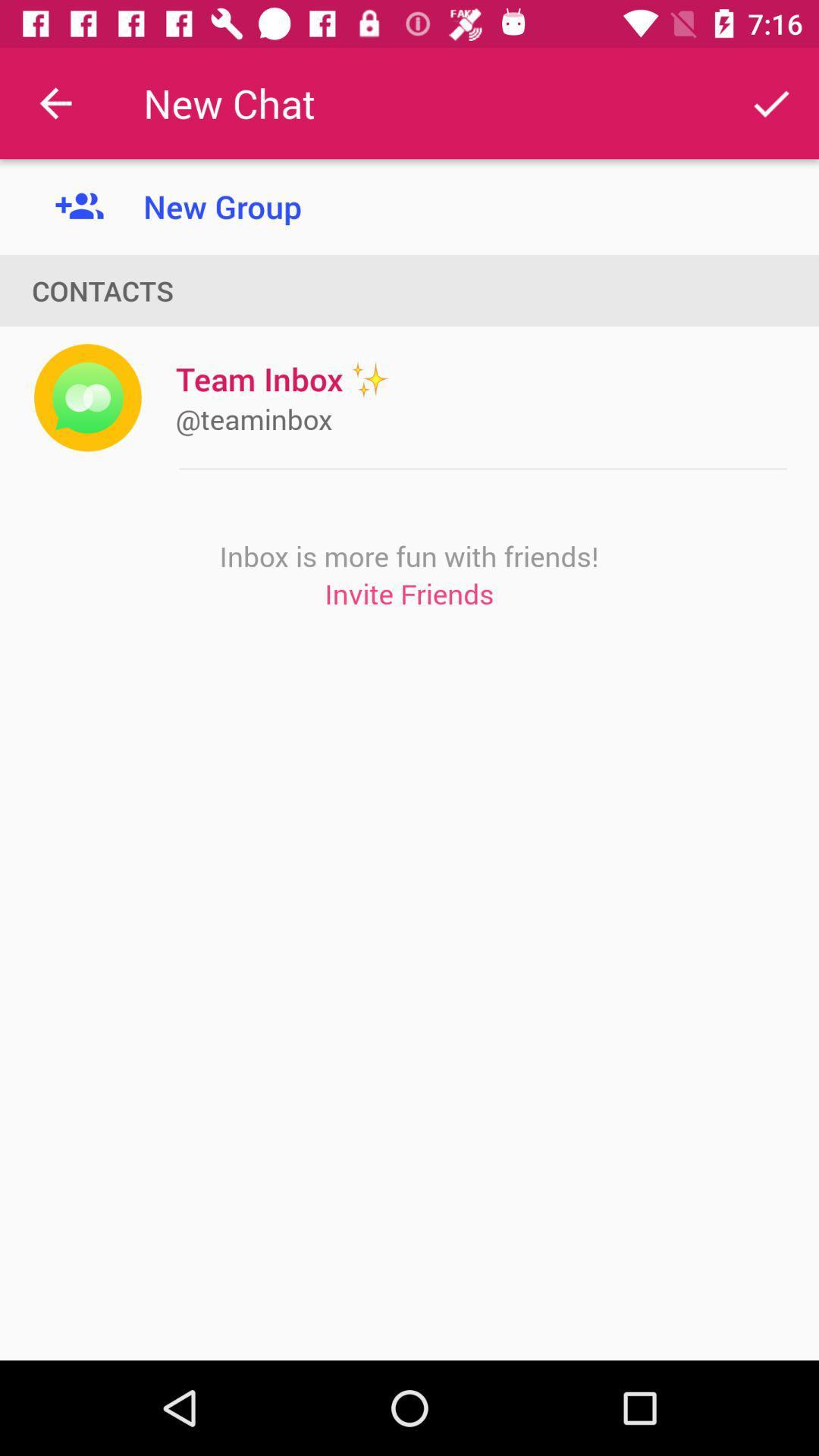 The width and height of the screenshot is (819, 1456). Describe the element at coordinates (771, 102) in the screenshot. I see `the icon to the right of new chat` at that location.